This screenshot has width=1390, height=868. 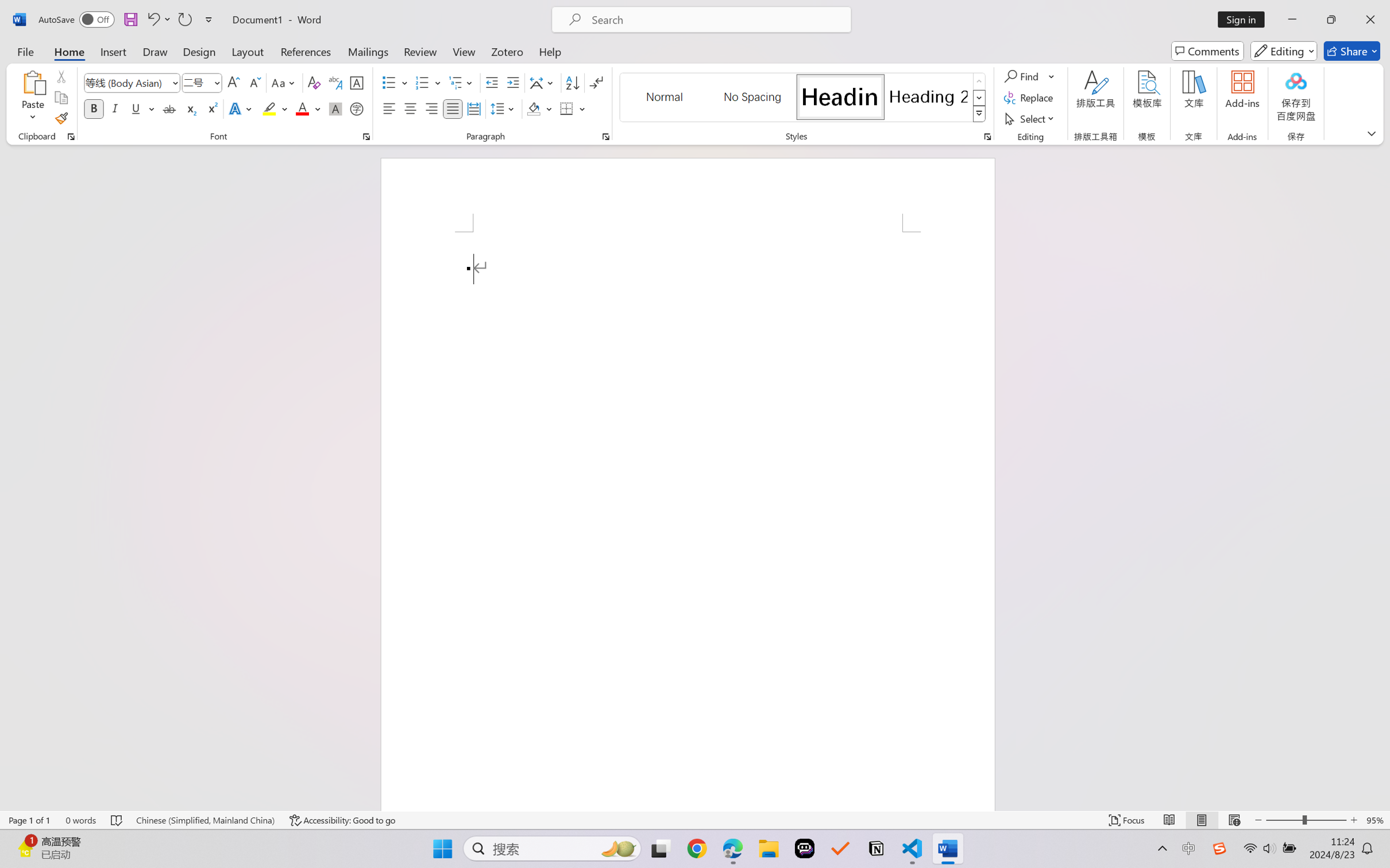 What do you see at coordinates (184, 19) in the screenshot?
I see `'Repeat Style'` at bounding box center [184, 19].